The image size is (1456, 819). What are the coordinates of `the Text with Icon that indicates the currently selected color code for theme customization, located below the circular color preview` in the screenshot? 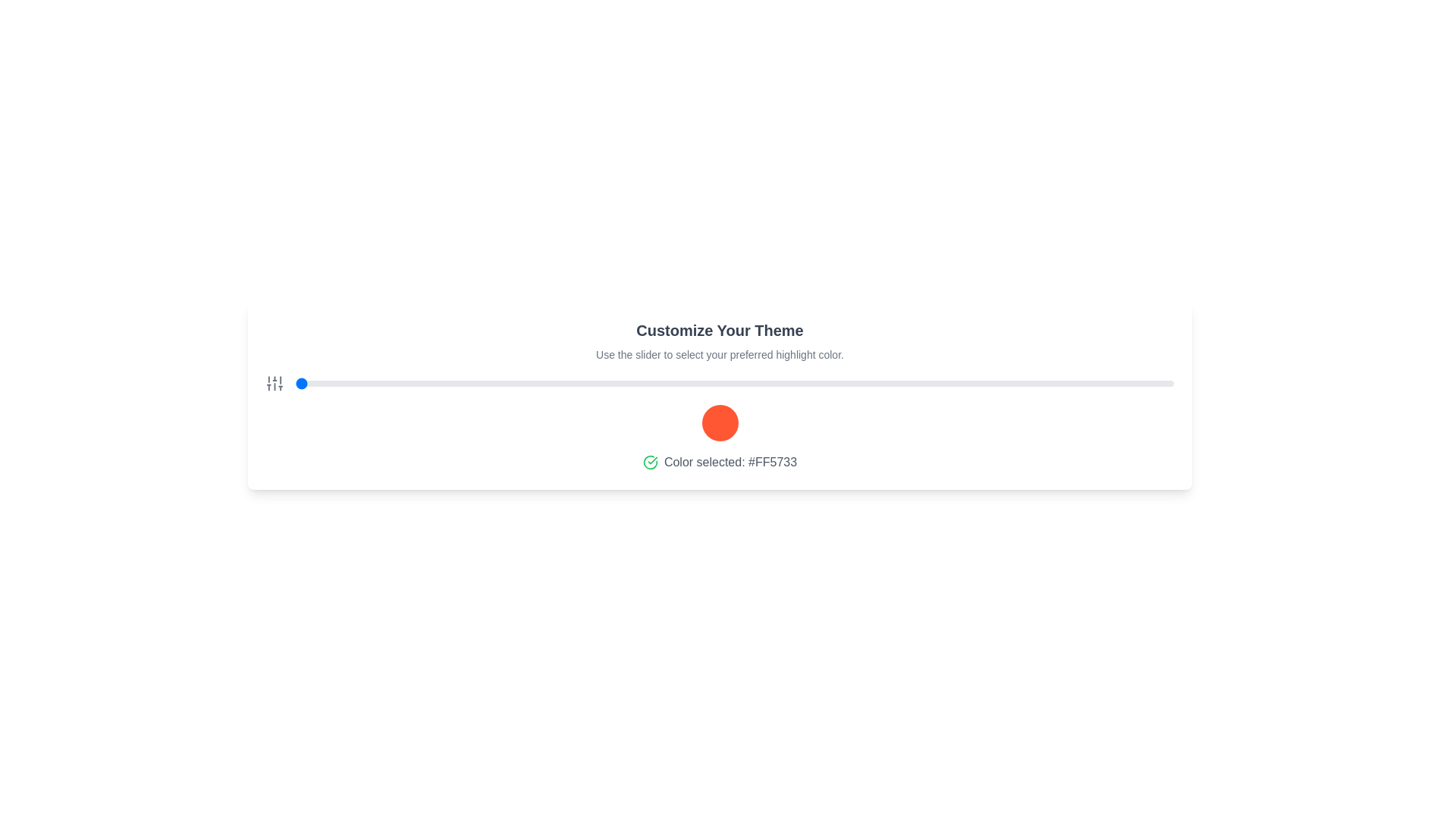 It's located at (719, 461).